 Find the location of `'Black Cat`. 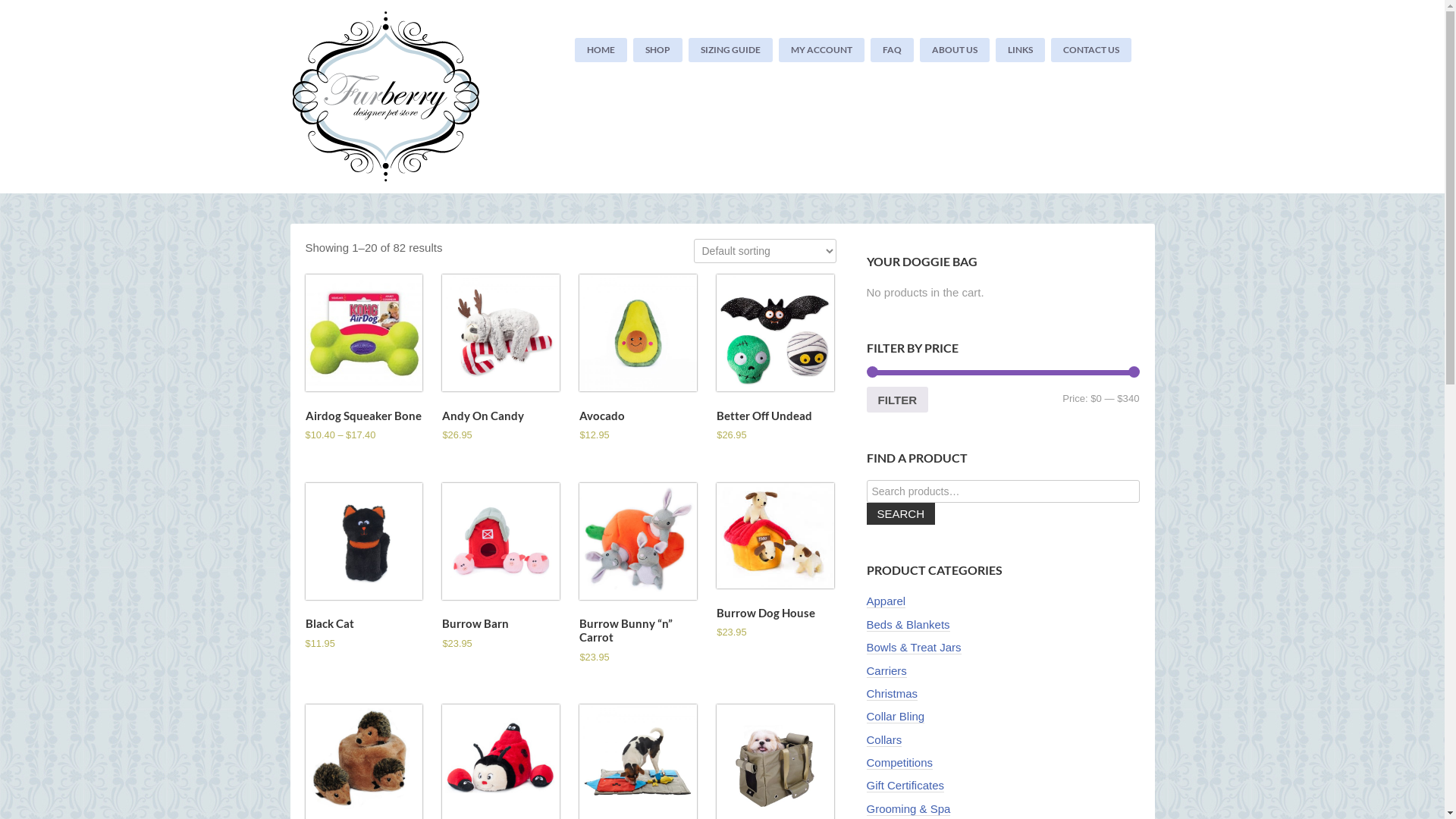

'Black Cat is located at coordinates (304, 567).